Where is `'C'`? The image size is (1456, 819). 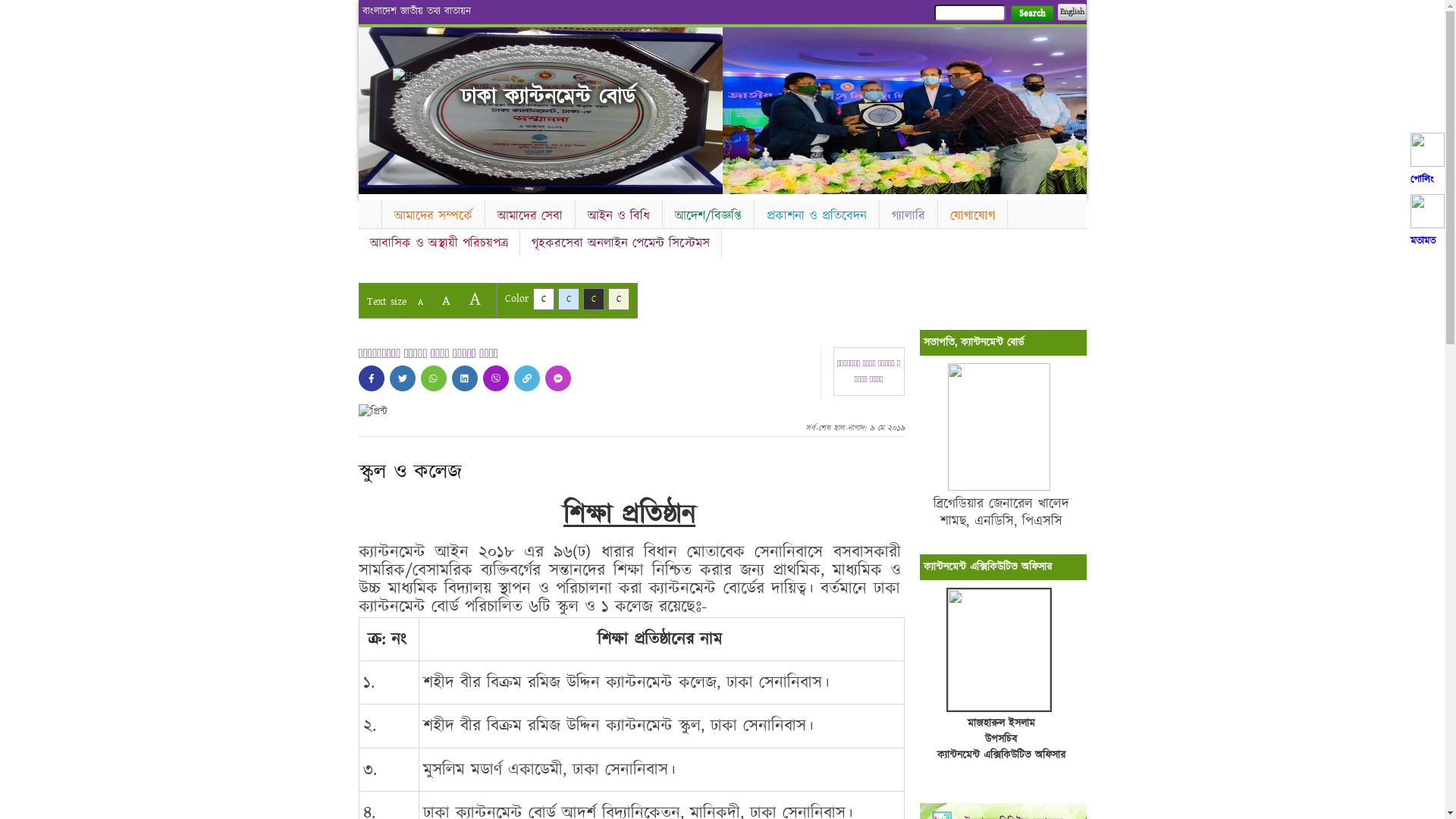
'C' is located at coordinates (582, 299).